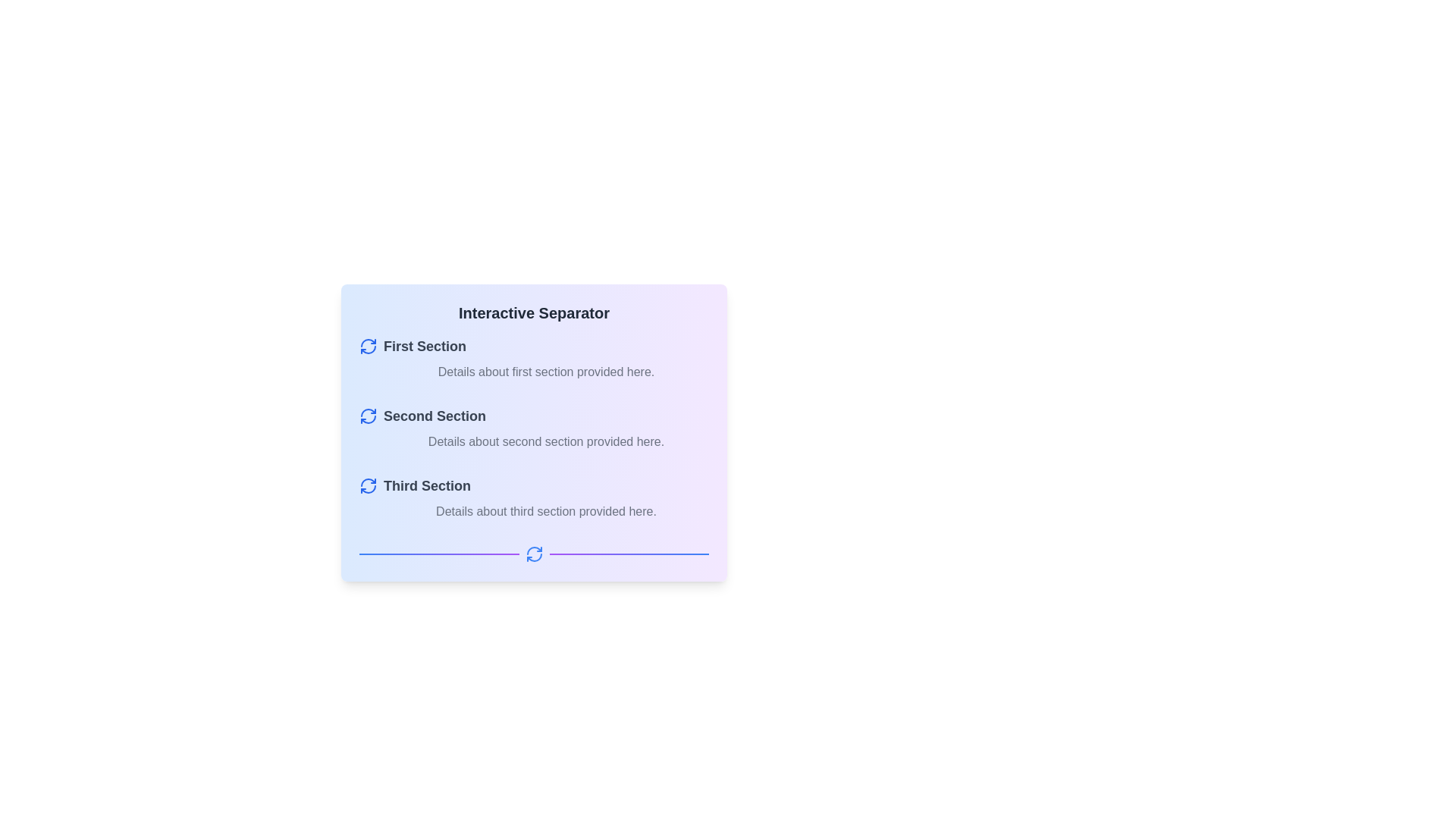 Image resolution: width=1456 pixels, height=819 pixels. What do you see at coordinates (534, 512) in the screenshot?
I see `the textual description element located below the 'Third Section' heading, which provides additional information related to that section` at bounding box center [534, 512].